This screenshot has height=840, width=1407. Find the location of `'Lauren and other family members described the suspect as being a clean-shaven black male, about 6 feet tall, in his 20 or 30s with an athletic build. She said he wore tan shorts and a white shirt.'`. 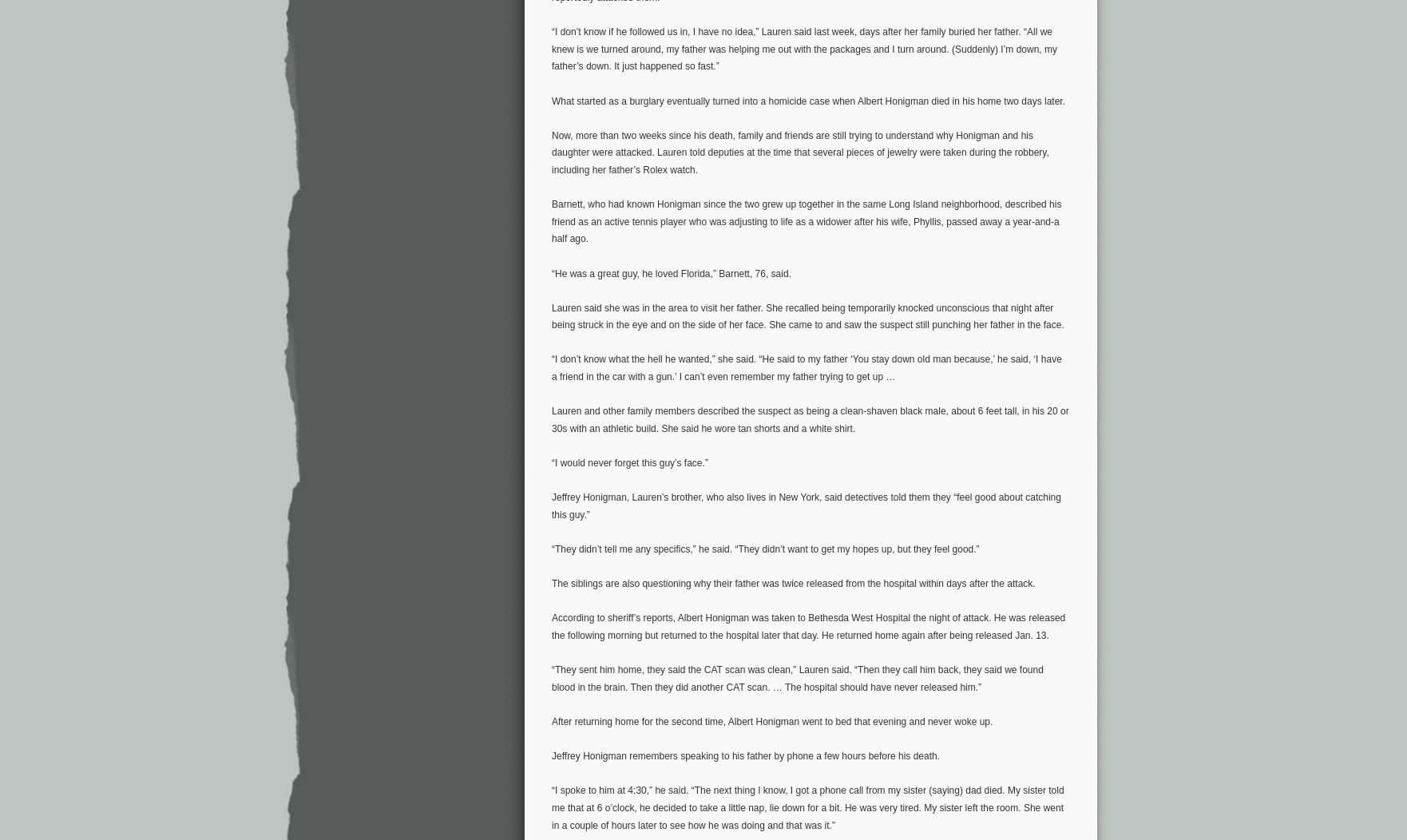

'Lauren and other family members described the suspect as being a clean-shaven black male, about 6 feet tall, in his 20 or 30s with an athletic build. She said he wore tan shorts and a white shirt.' is located at coordinates (810, 418).